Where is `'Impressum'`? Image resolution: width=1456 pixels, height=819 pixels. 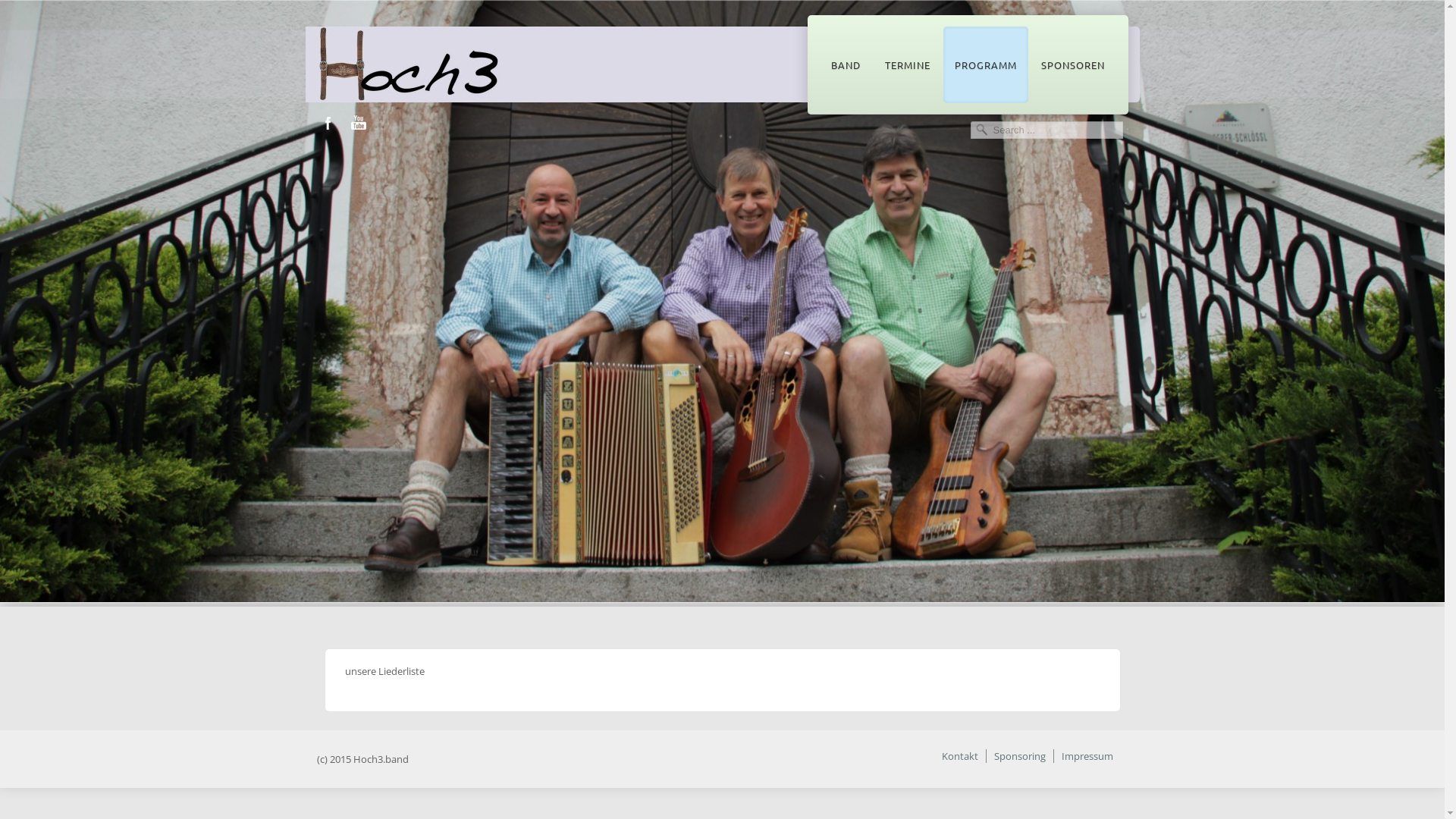
'Impressum' is located at coordinates (1087, 755).